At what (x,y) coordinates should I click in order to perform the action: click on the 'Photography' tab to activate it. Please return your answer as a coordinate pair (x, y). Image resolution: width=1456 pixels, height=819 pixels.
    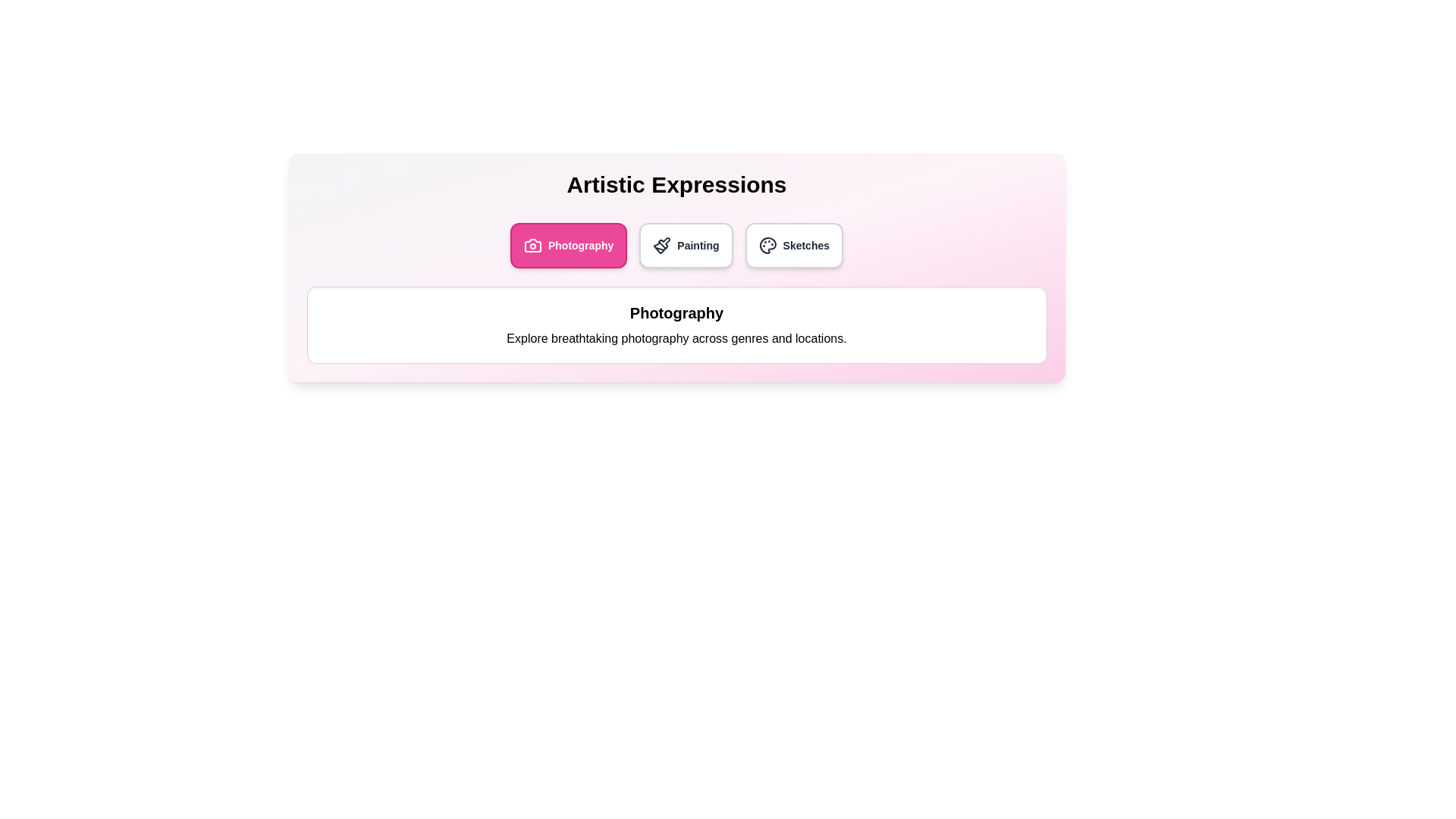
    Looking at the image, I should click on (567, 245).